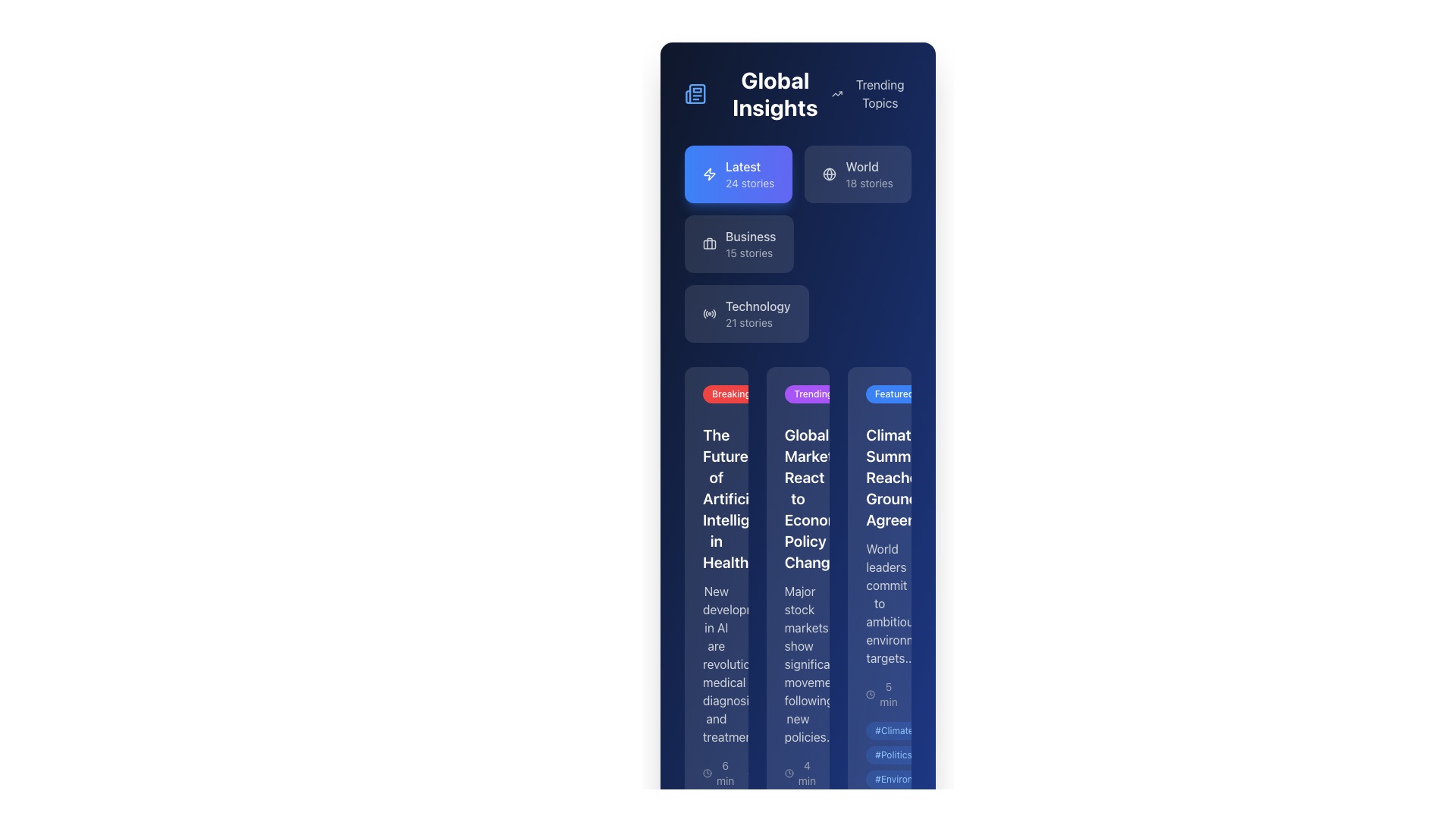 Image resolution: width=1456 pixels, height=819 pixels. Describe the element at coordinates (797, 397) in the screenshot. I see `the 'Trending' label, which is displayed in white font on a purple background, located at the top-middle of the card titled 'Global Markets React to Economic Policy Changes'` at that location.